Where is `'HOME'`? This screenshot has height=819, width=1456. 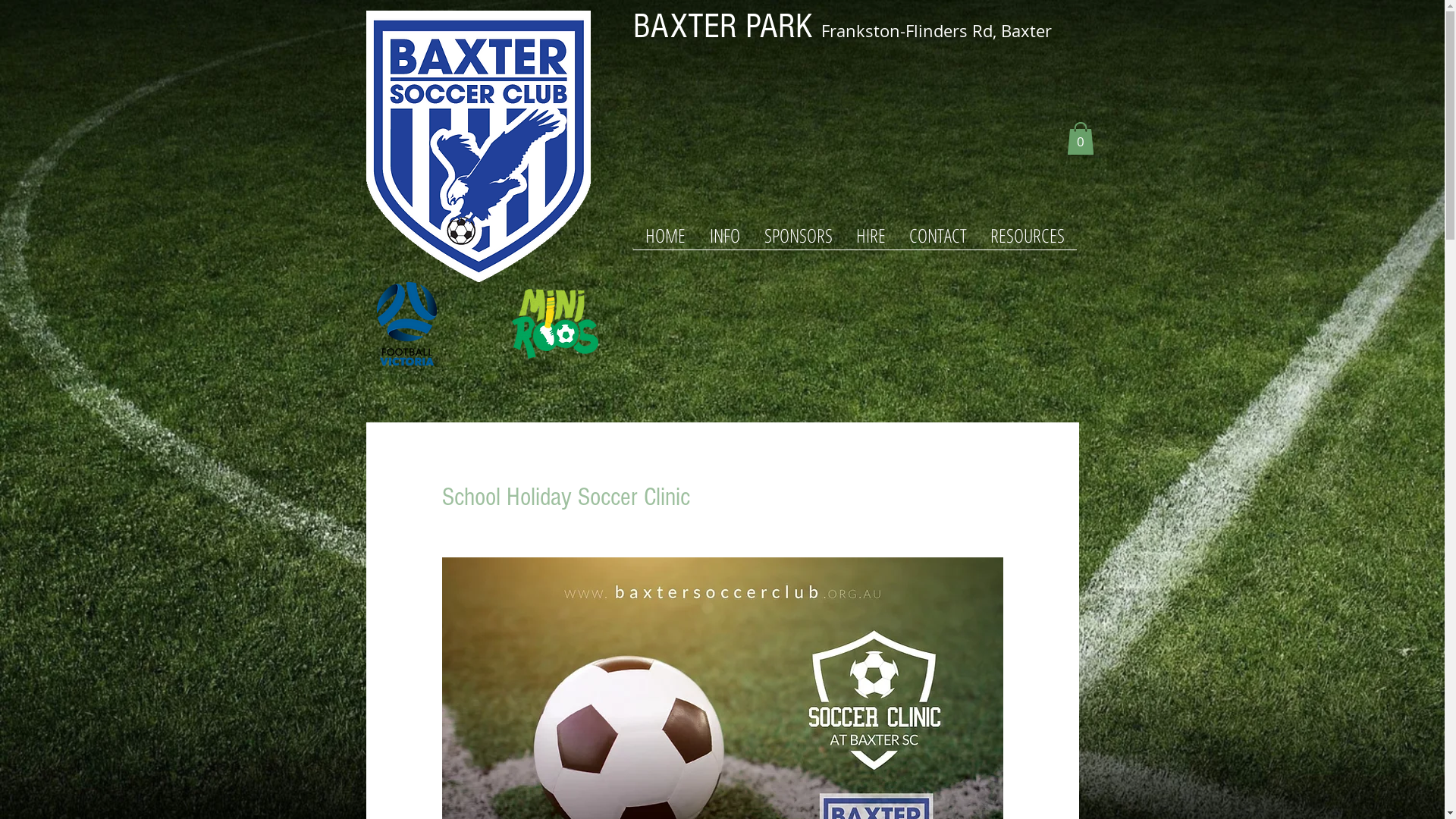
'HOME' is located at coordinates (664, 239).